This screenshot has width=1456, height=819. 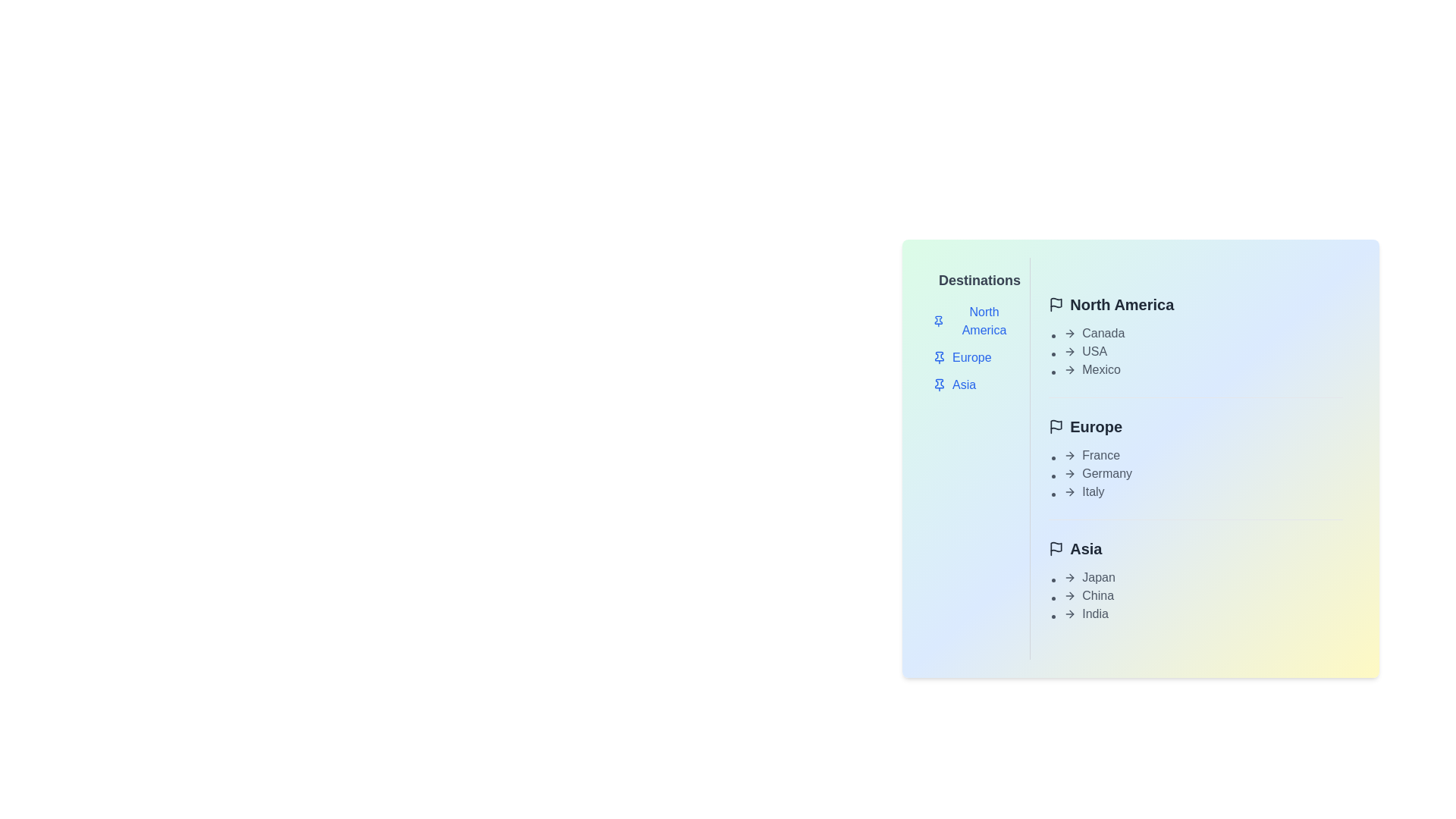 I want to click on the item labeled 'Europe' in the List of items with associated icons, so click(x=975, y=348).